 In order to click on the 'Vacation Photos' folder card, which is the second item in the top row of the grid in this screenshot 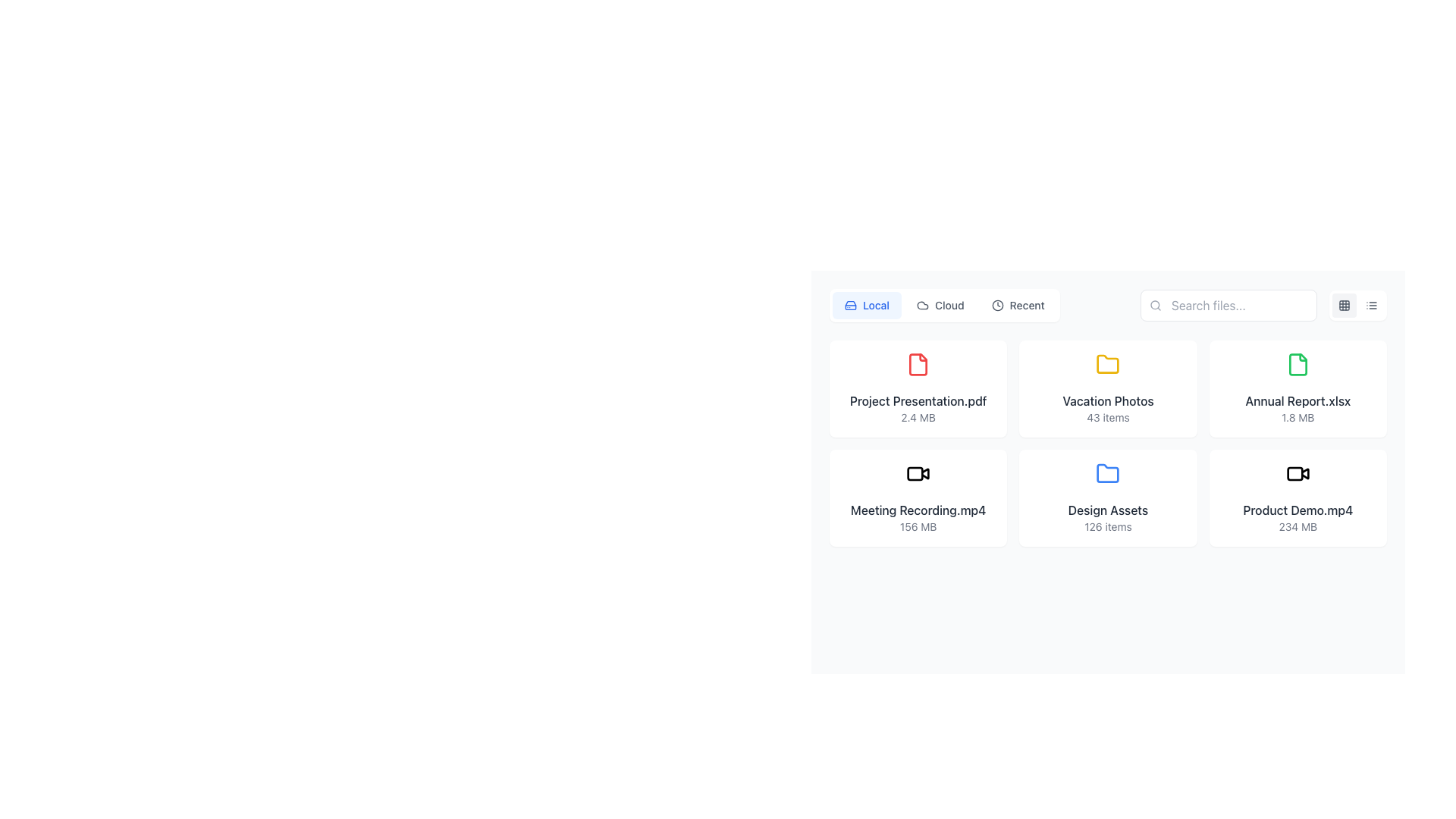, I will do `click(1108, 388)`.